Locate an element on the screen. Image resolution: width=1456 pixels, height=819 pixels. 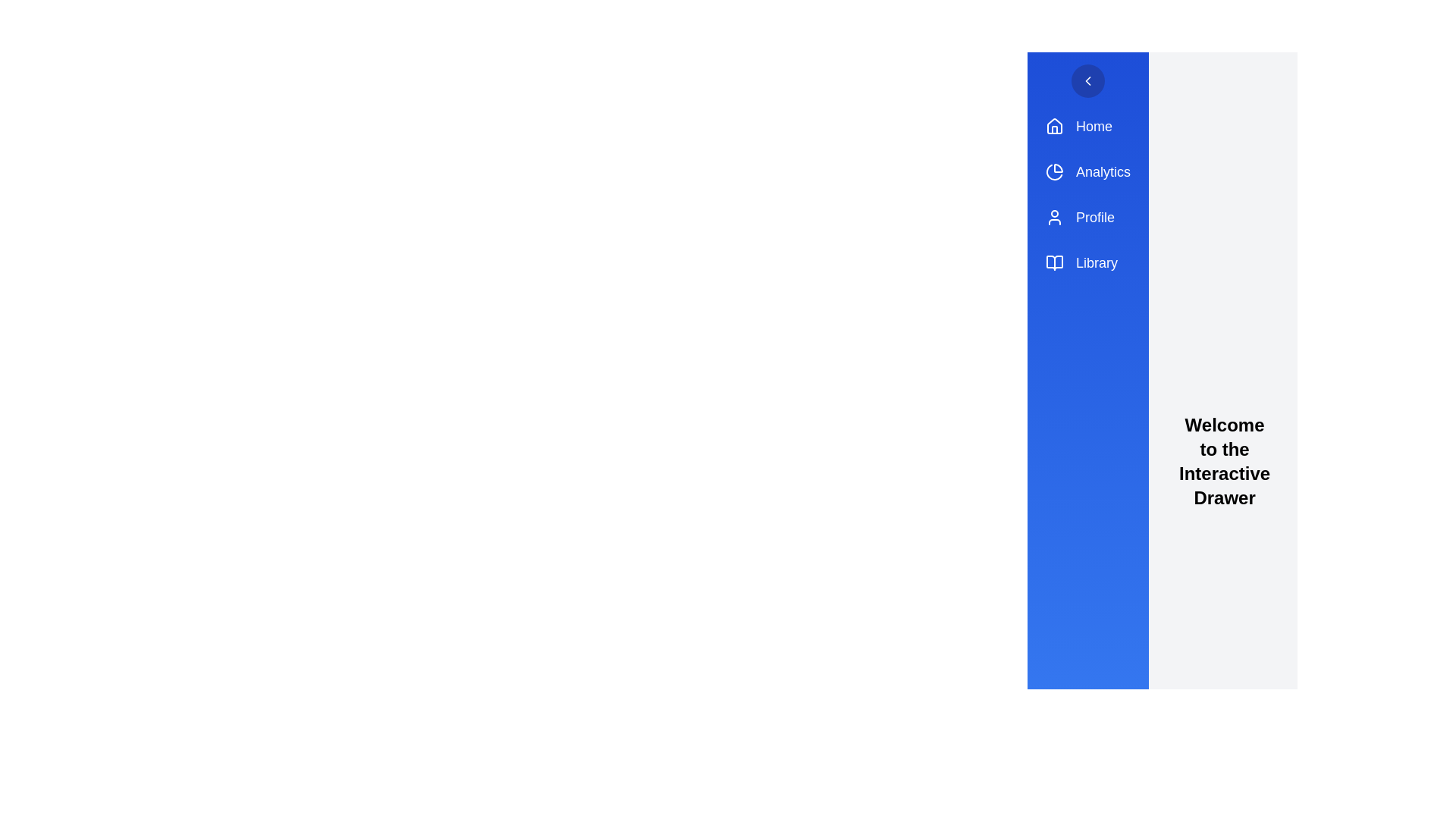
the menu item labeled Home to navigate is located at coordinates (1087, 125).